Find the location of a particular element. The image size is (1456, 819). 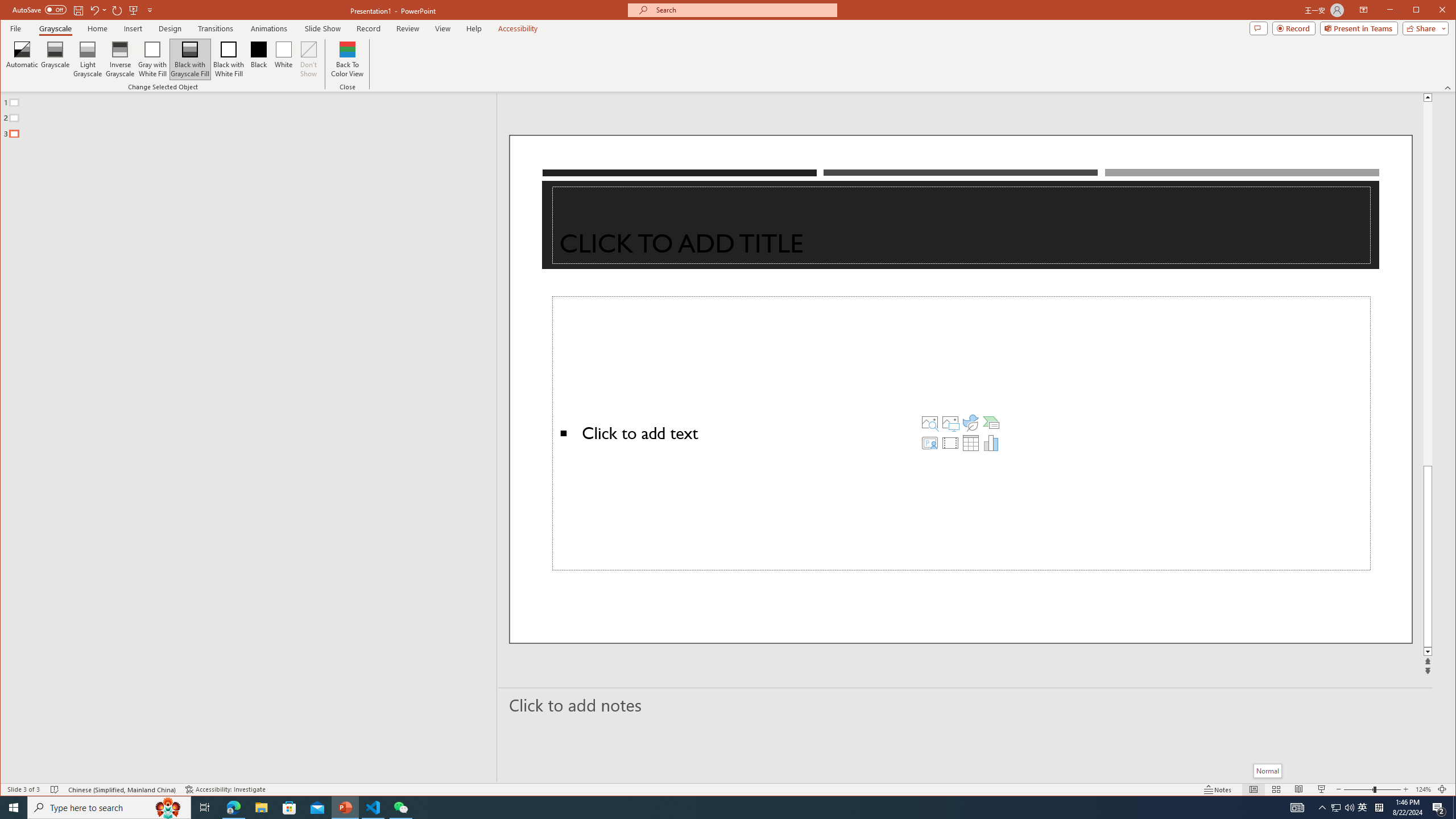

'WeChat - 1 running window' is located at coordinates (401, 806).